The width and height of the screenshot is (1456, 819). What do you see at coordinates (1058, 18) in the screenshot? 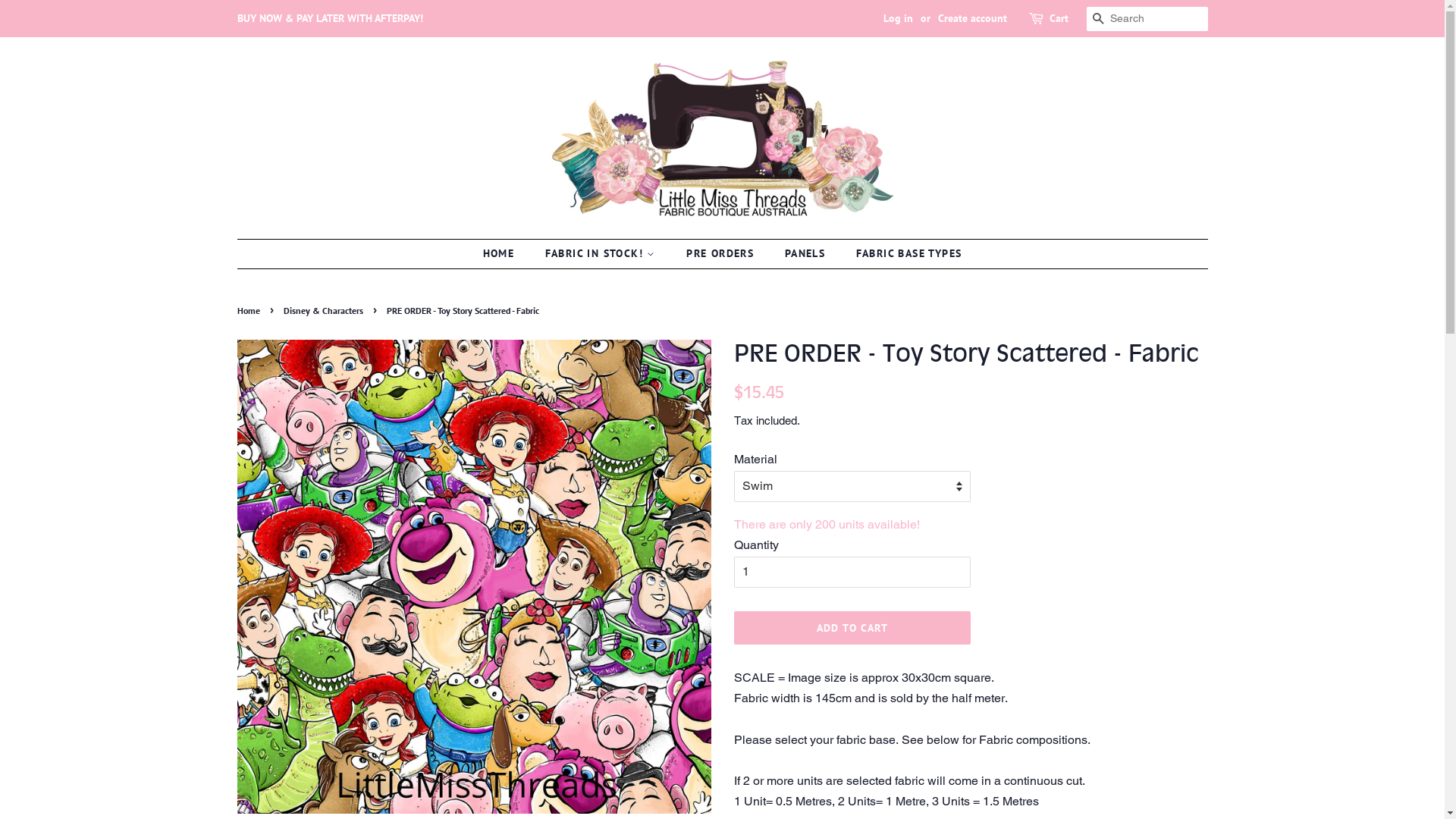
I see `'Cart'` at bounding box center [1058, 18].